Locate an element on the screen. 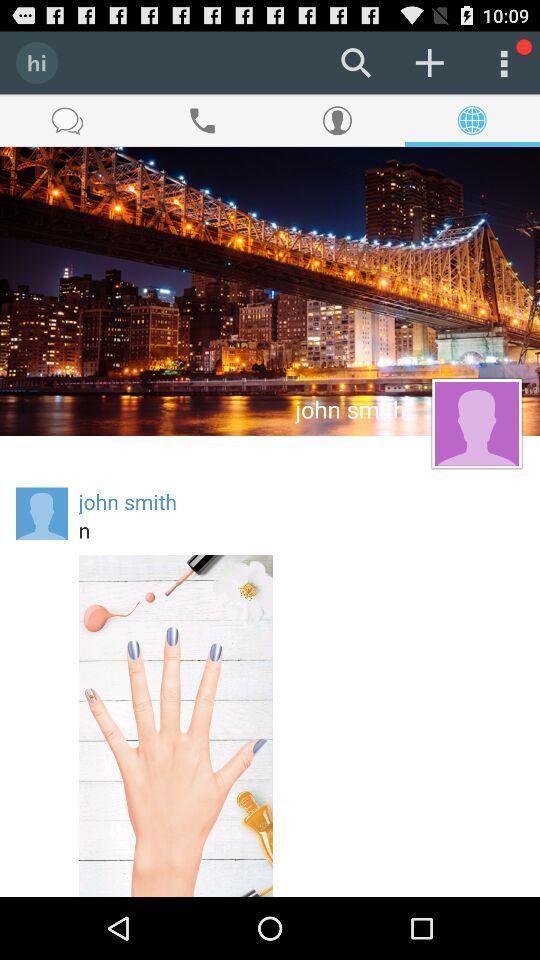 Image resolution: width=540 pixels, height=960 pixels. the icon below the john smith item is located at coordinates (300, 529).